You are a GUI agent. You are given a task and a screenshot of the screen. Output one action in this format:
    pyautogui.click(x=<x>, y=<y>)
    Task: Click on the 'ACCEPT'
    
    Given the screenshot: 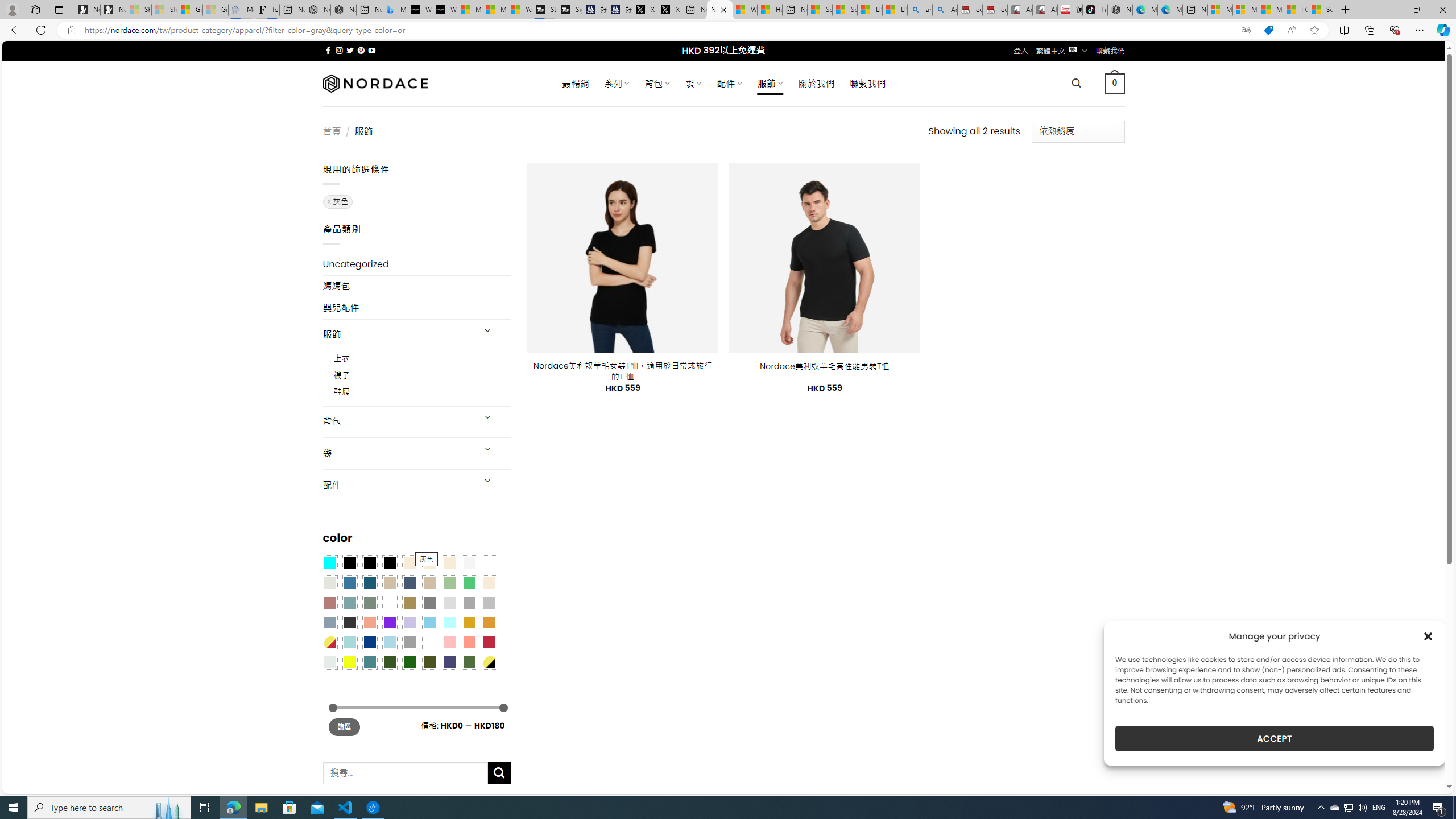 What is the action you would take?
    pyautogui.click(x=1275, y=738)
    